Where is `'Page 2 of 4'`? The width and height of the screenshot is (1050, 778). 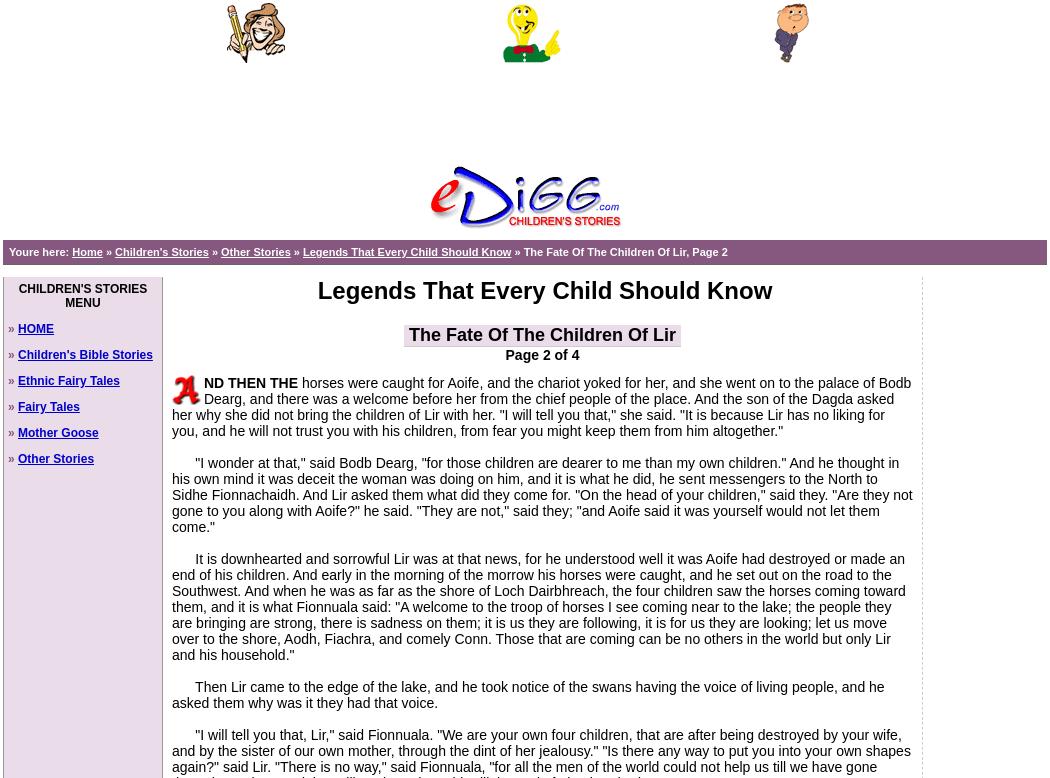 'Page 2 of 4' is located at coordinates (504, 354).